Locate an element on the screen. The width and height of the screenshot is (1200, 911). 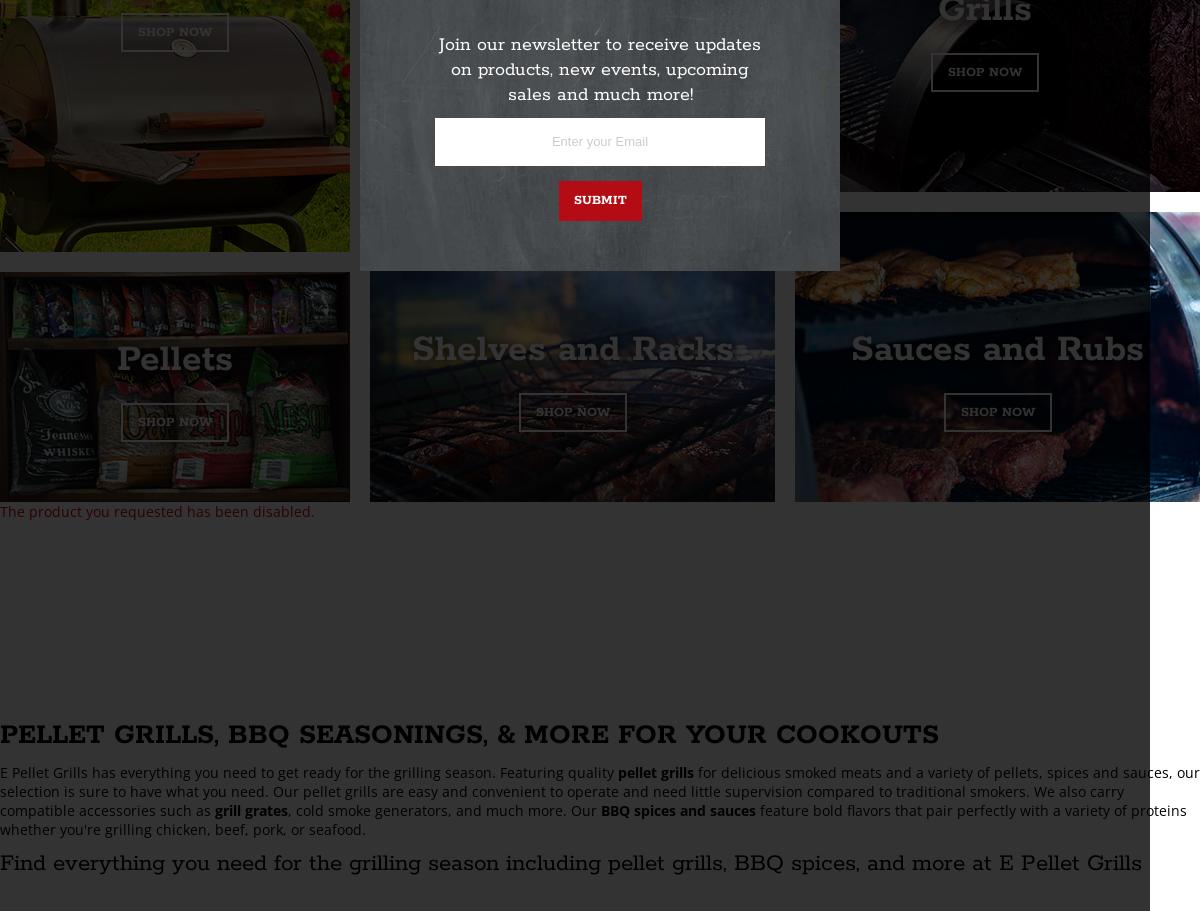
'feature bold flavors that pair perfectly with a variety of proteins whether you're grilling chicken, beef, pork, or seafood.' is located at coordinates (0, 818).